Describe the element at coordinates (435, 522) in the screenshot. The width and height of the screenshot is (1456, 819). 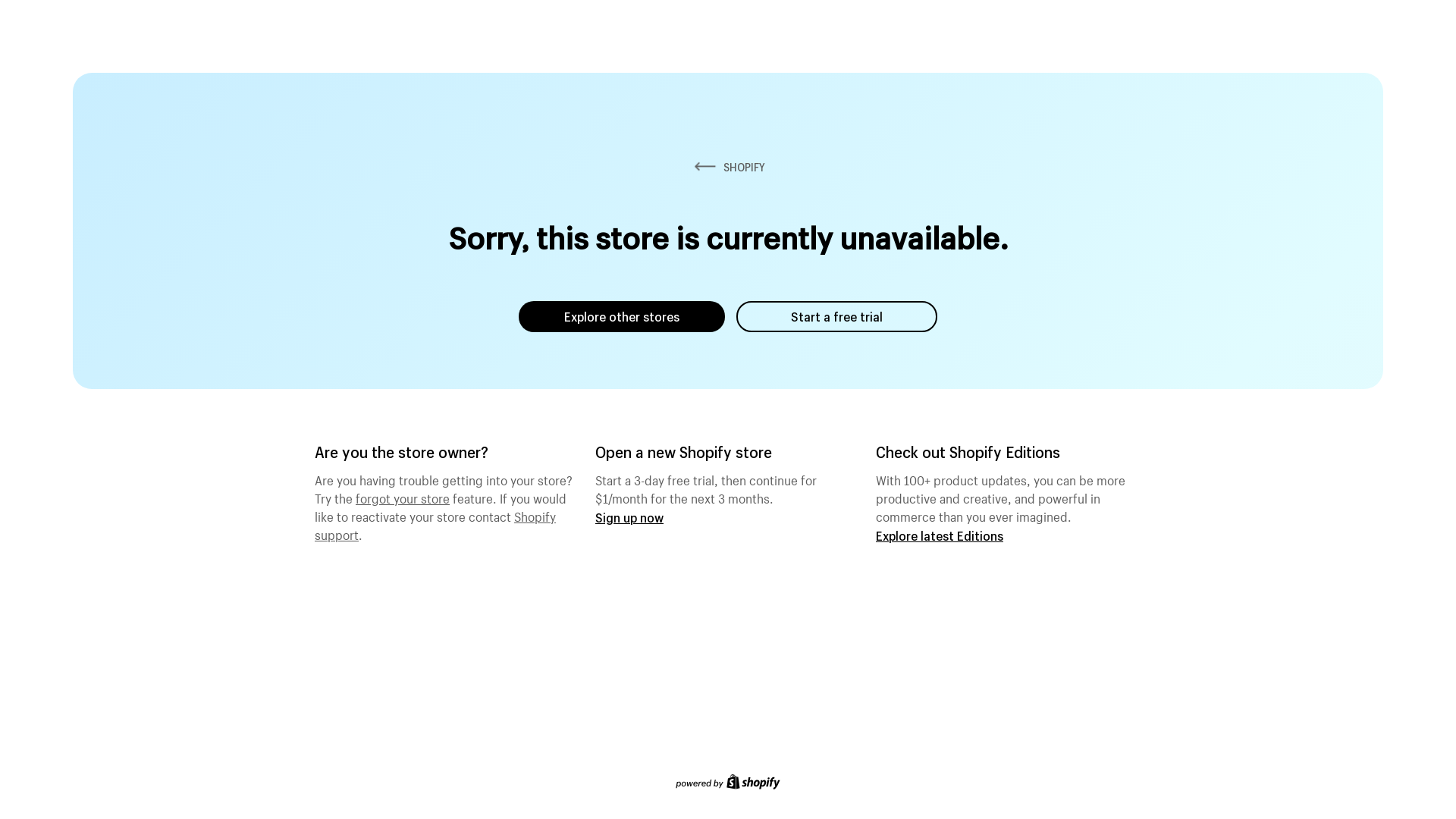
I see `'Shopify support'` at that location.